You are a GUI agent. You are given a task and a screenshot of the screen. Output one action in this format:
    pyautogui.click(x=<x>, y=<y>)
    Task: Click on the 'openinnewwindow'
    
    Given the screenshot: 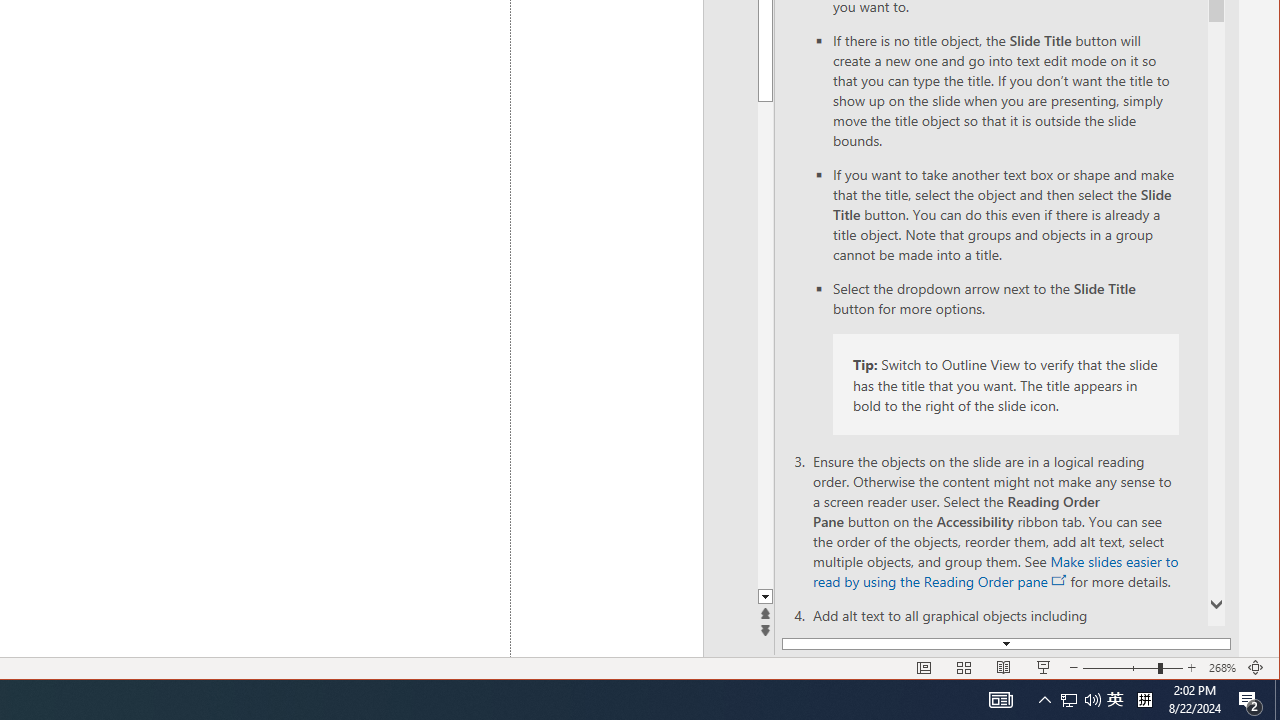 What is the action you would take?
    pyautogui.click(x=1058, y=581)
    